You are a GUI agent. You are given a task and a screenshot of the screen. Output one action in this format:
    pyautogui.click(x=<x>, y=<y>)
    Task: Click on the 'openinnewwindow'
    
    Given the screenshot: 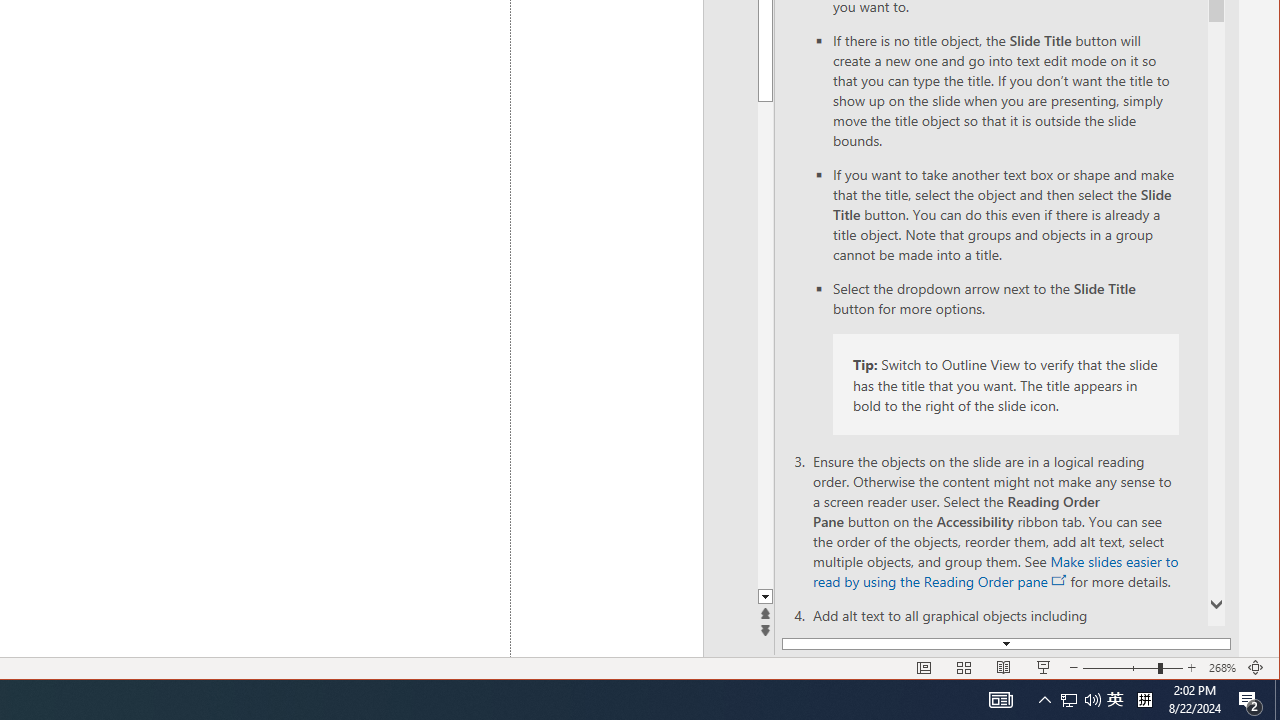 What is the action you would take?
    pyautogui.click(x=1058, y=581)
    